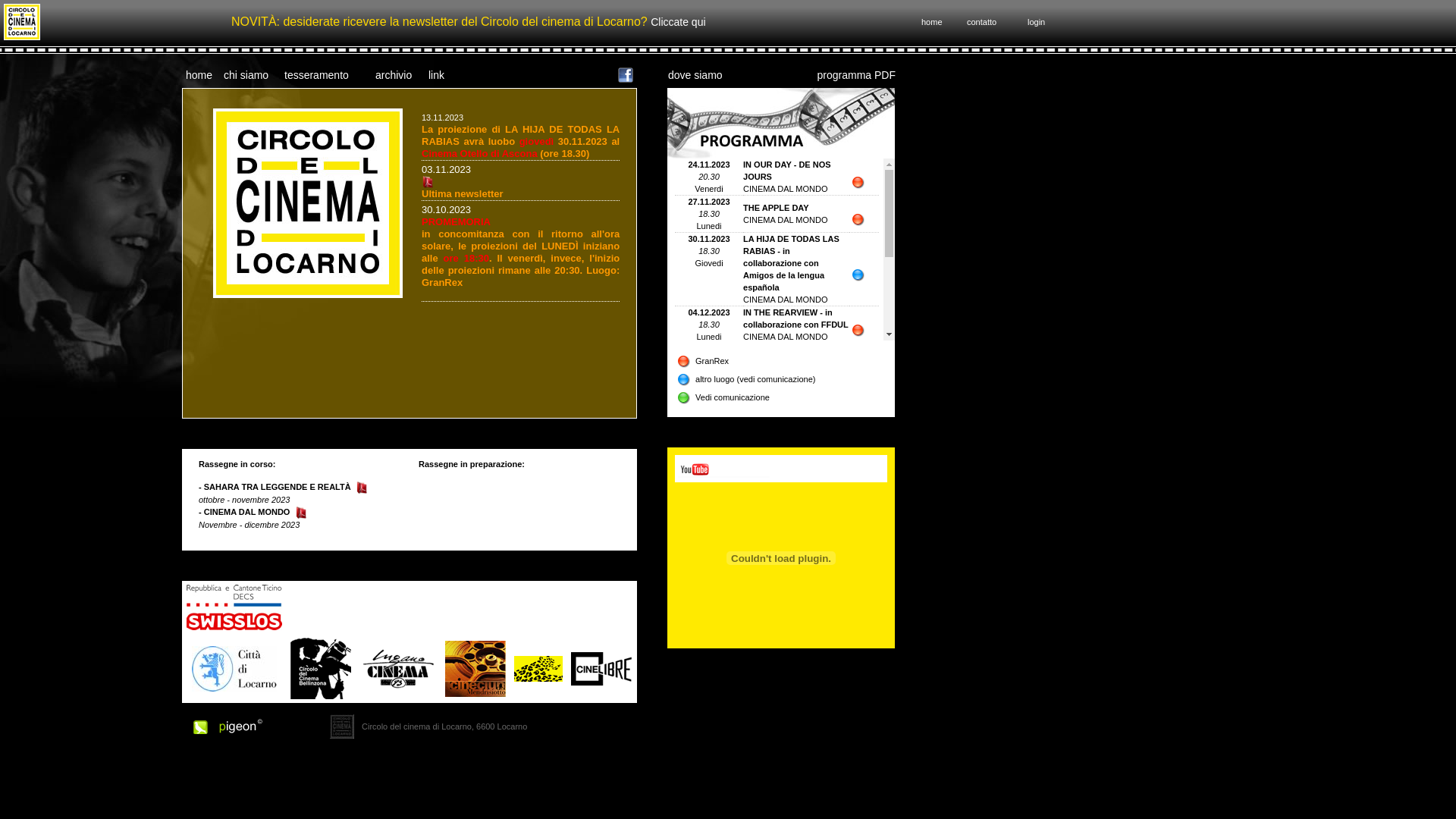  What do you see at coordinates (243, 512) in the screenshot?
I see `'- CINEMA DAL MONDO'` at bounding box center [243, 512].